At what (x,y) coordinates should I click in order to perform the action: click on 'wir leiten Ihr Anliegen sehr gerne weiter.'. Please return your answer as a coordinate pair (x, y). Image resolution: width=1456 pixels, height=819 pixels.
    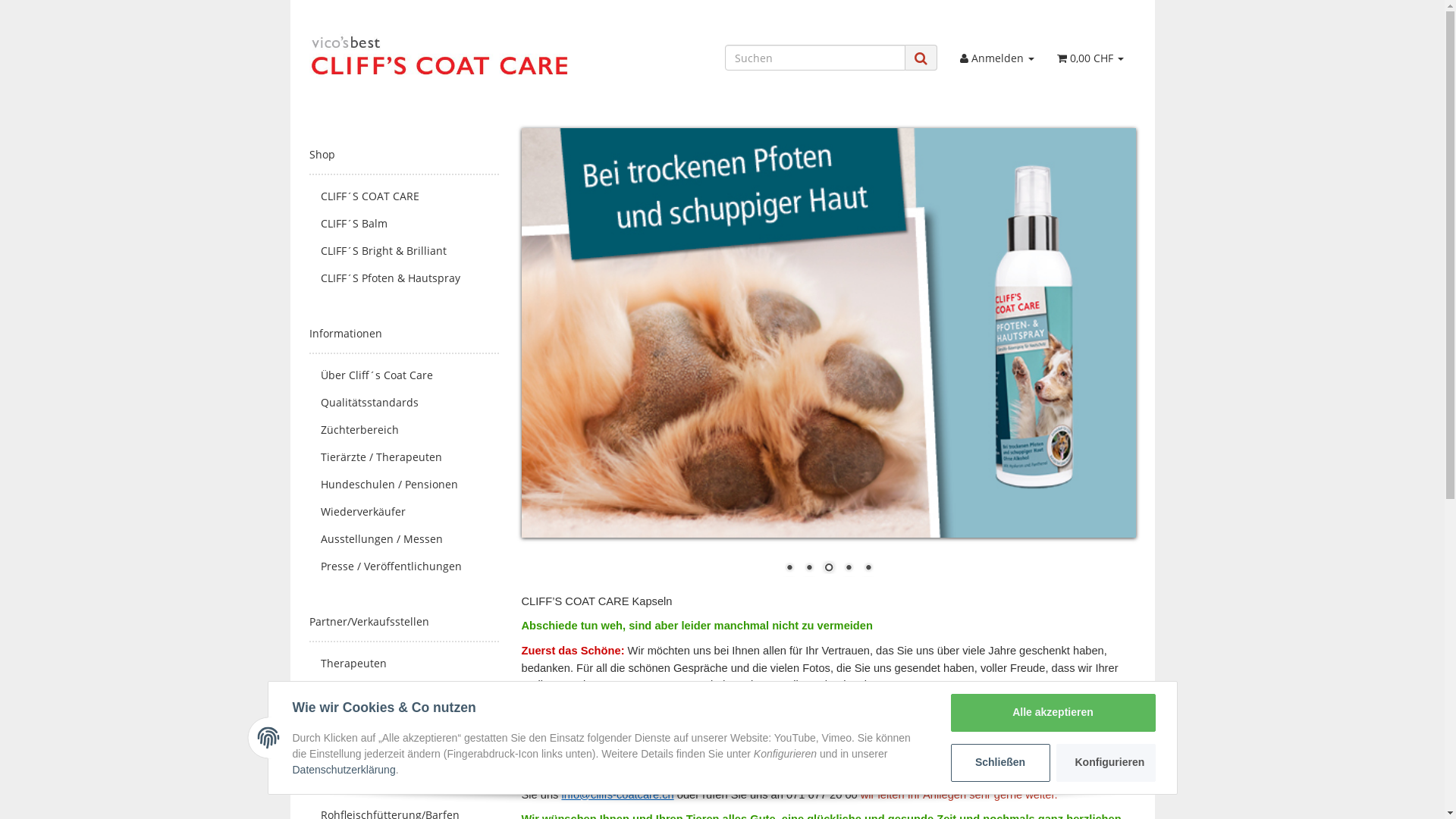
    Looking at the image, I should click on (959, 794).